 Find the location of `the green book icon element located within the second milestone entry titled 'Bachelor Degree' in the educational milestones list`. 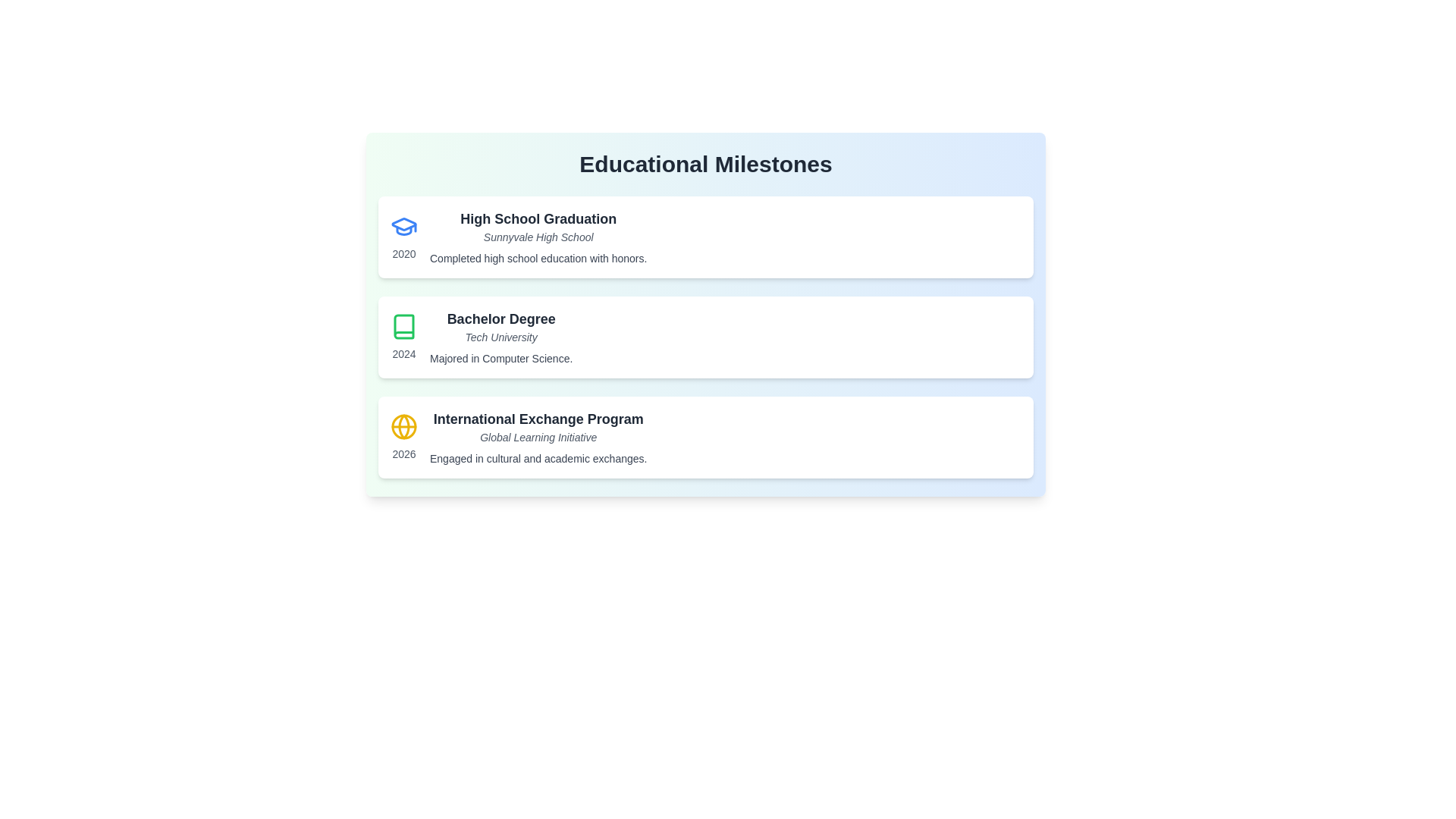

the green book icon element located within the second milestone entry titled 'Bachelor Degree' in the educational milestones list is located at coordinates (403, 326).